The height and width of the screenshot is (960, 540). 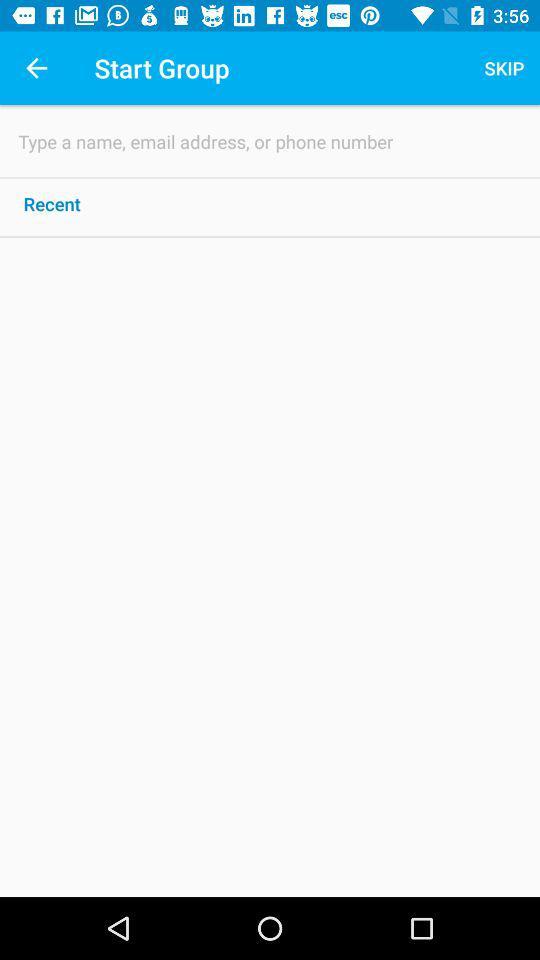 What do you see at coordinates (270, 140) in the screenshot?
I see `icon above recent` at bounding box center [270, 140].